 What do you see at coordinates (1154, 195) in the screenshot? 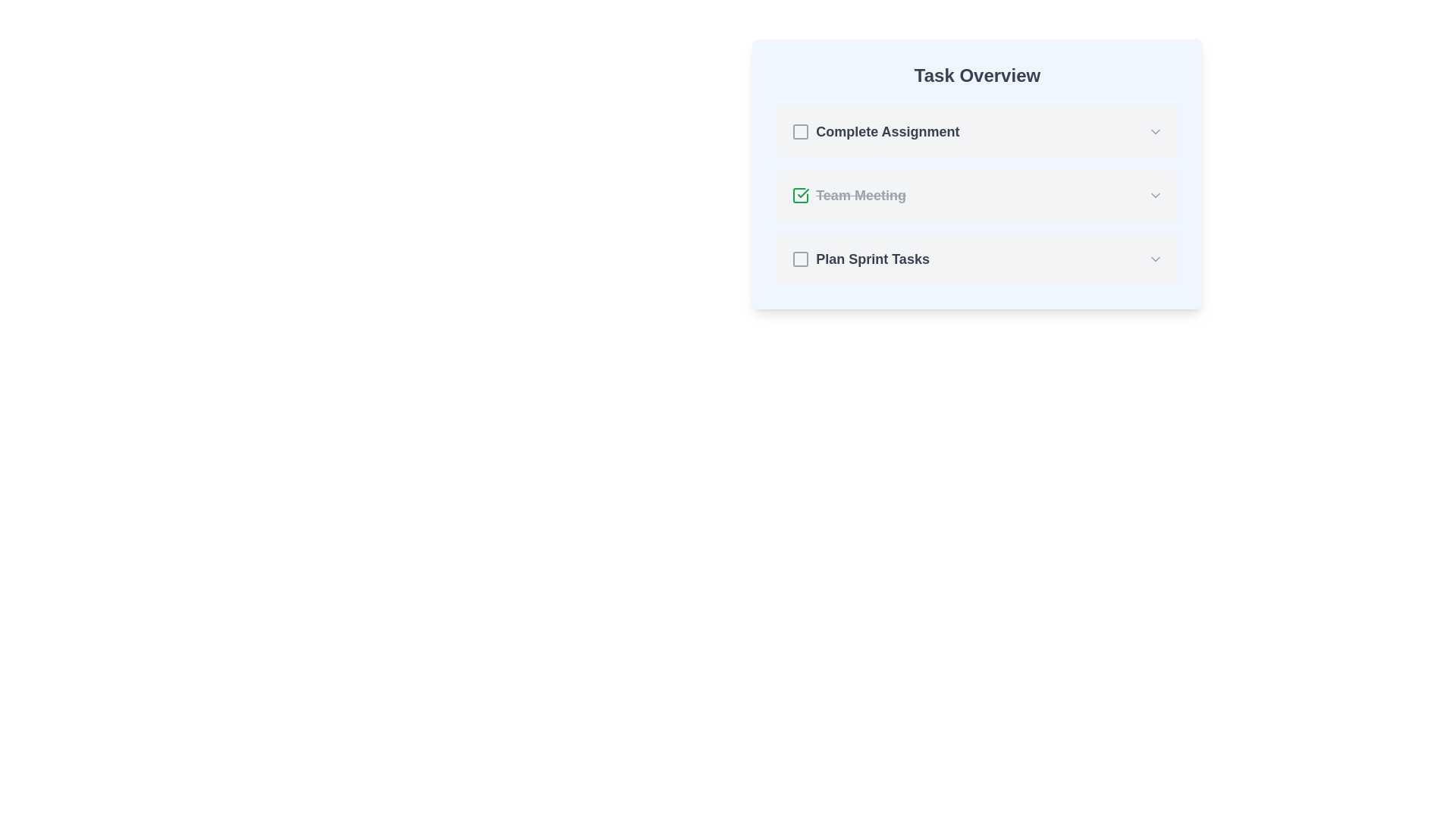
I see `the Chevron-down icon located to the far right of the 'Team Meeting' text` at bounding box center [1154, 195].